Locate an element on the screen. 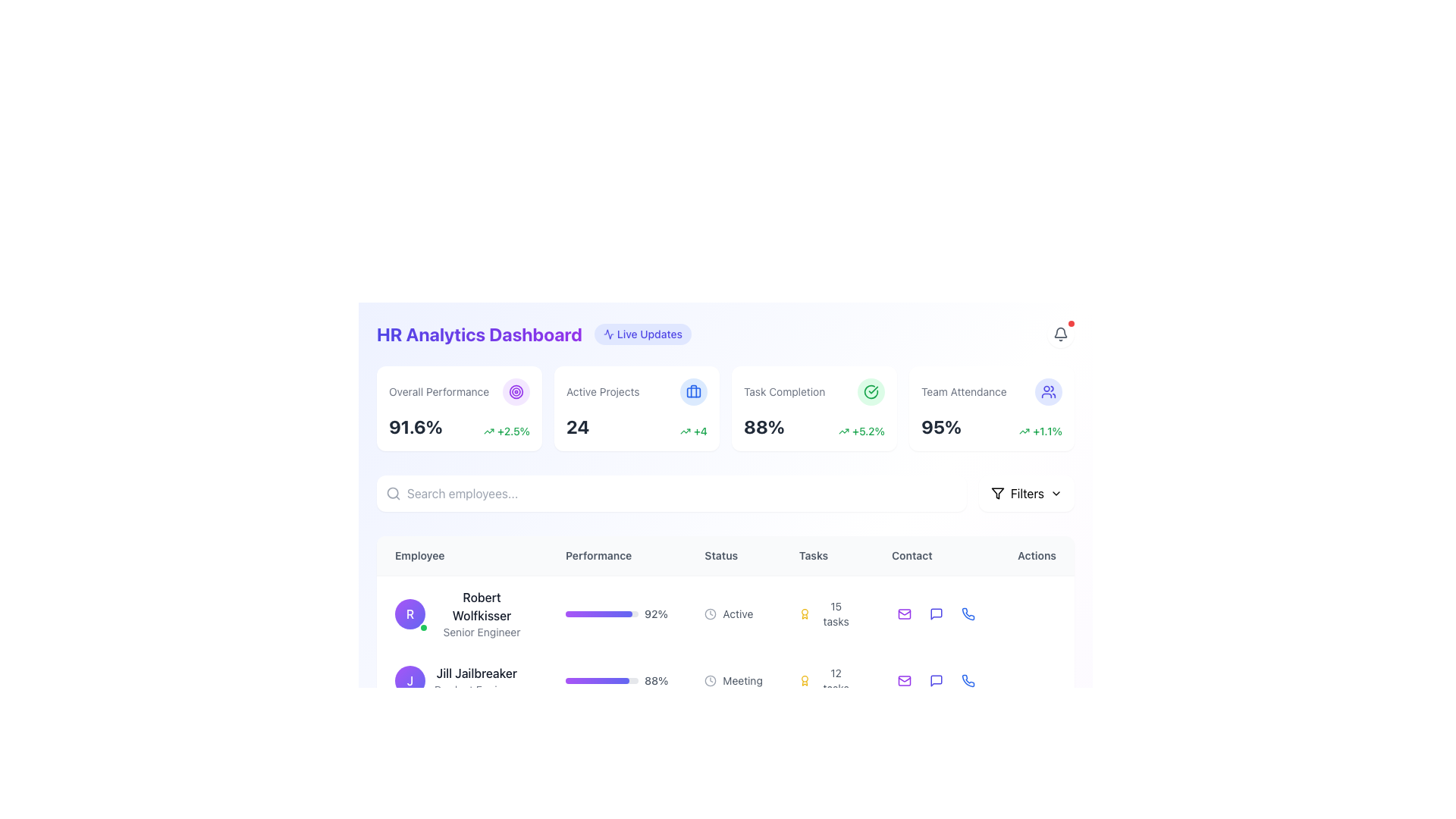  the phone receiver icon button in the Actions section corresponding to the entry for 'Jill Jailbreaker' to initiate a phone call is located at coordinates (967, 680).